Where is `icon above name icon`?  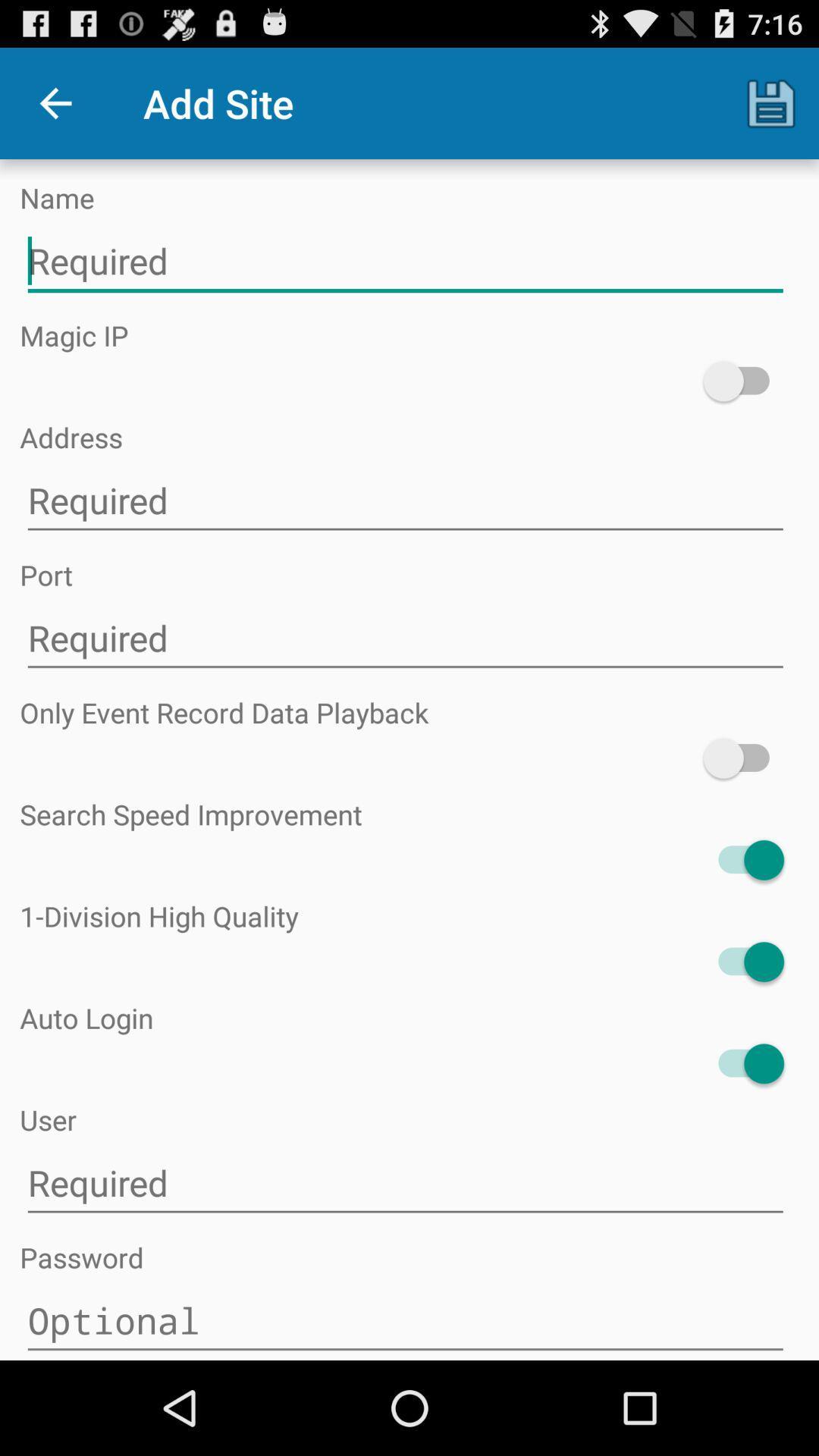
icon above name icon is located at coordinates (771, 102).